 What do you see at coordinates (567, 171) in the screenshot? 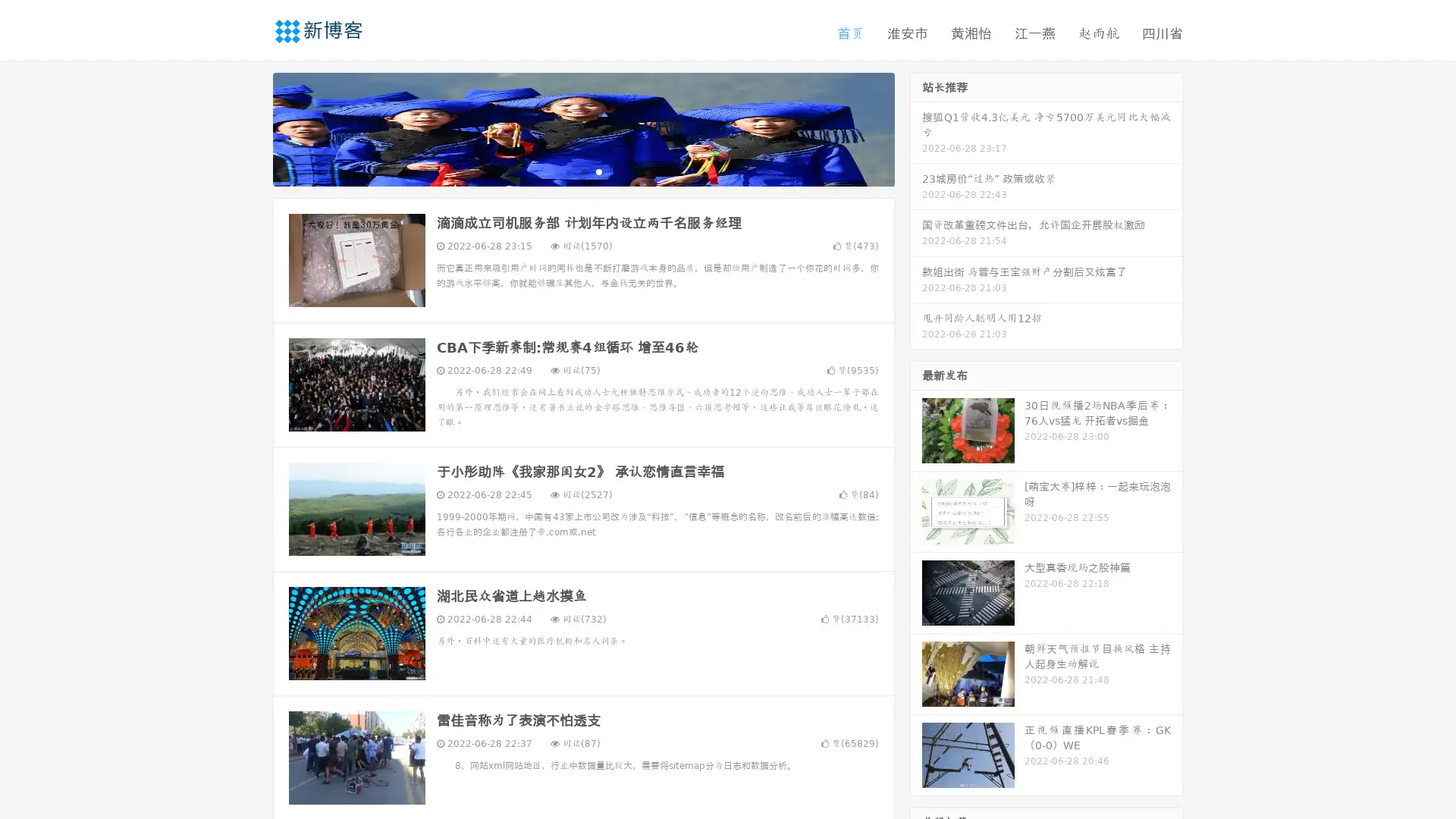
I see `Go to slide 1` at bounding box center [567, 171].